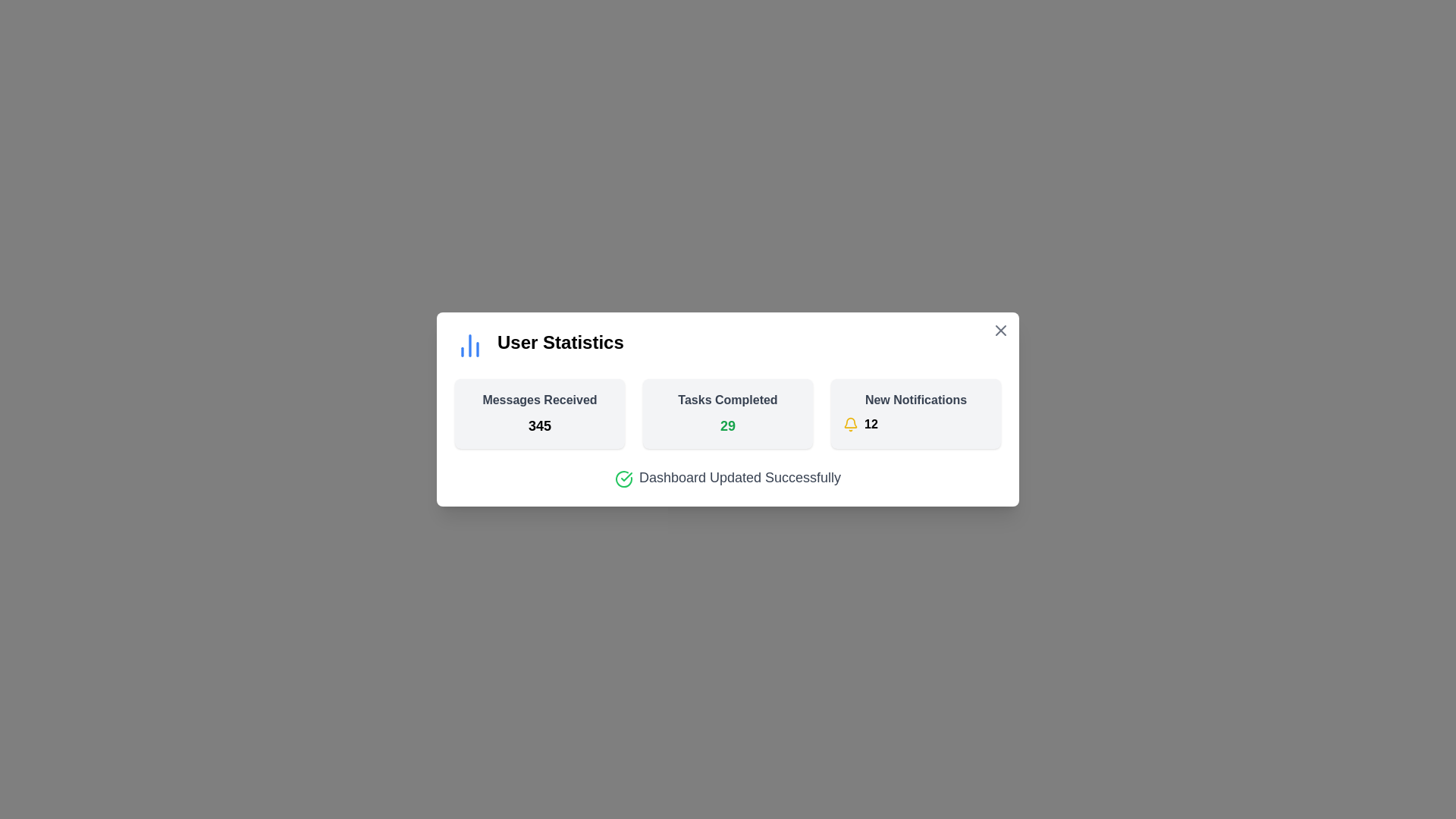  I want to click on the text label displaying 'Dashboard Updated Successfully' which is part of a confirmation message located under 'User Statistics' in a modal window, so click(739, 476).